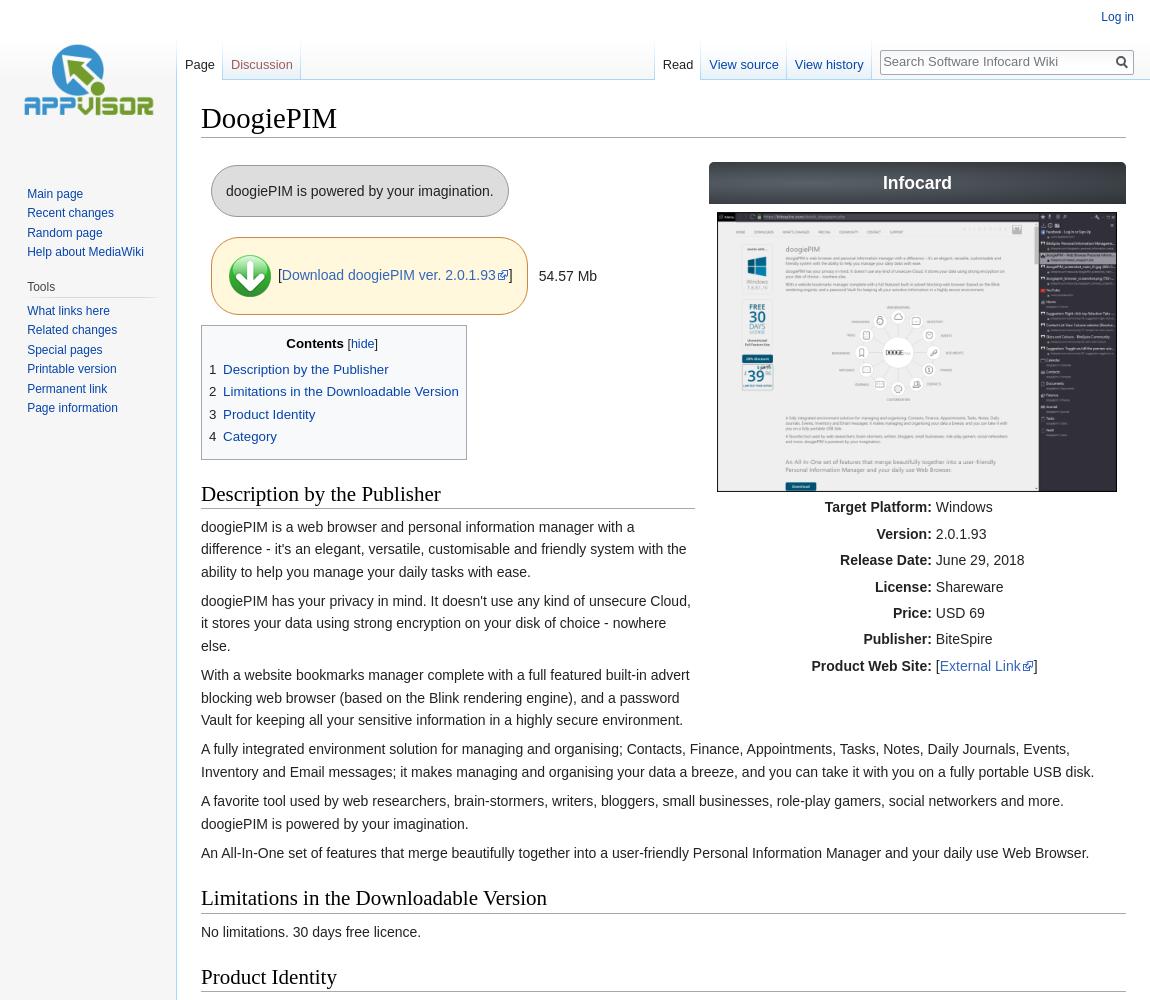 This screenshot has width=1150, height=1000. Describe the element at coordinates (211, 436) in the screenshot. I see `'4'` at that location.